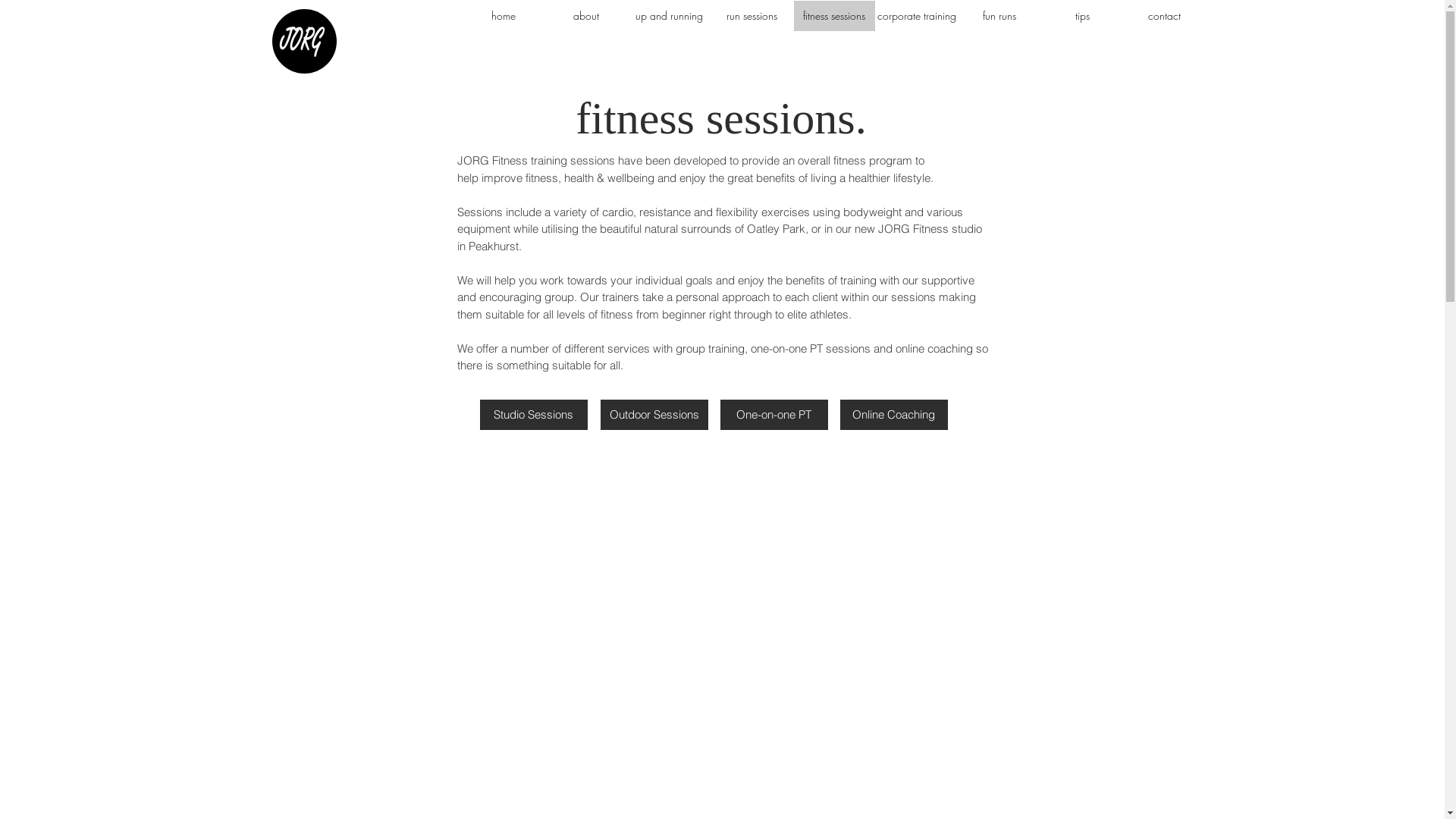 This screenshot has height=819, width=1456. What do you see at coordinates (479, 414) in the screenshot?
I see `'Studio Sessions'` at bounding box center [479, 414].